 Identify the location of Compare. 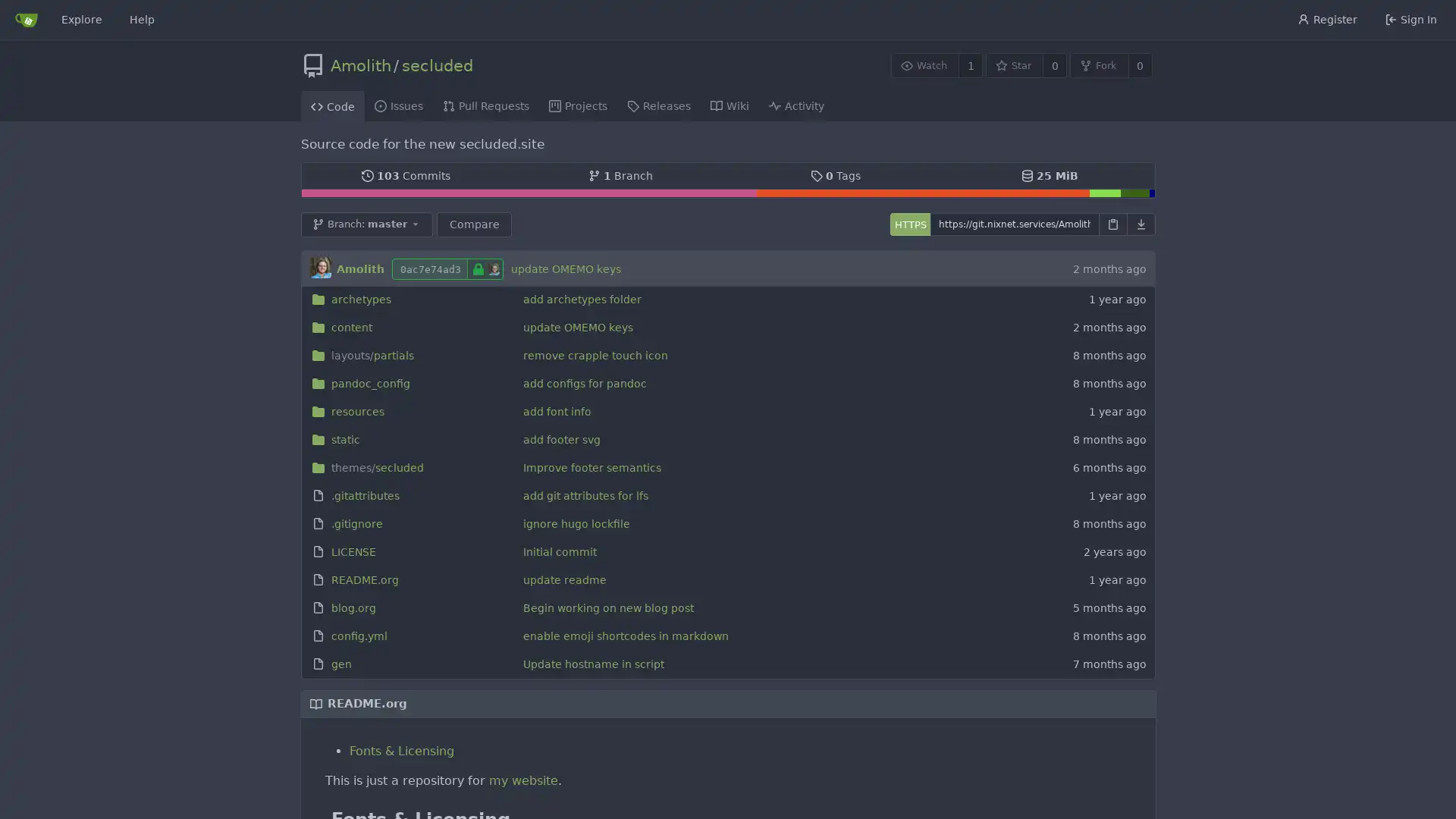
(472, 224).